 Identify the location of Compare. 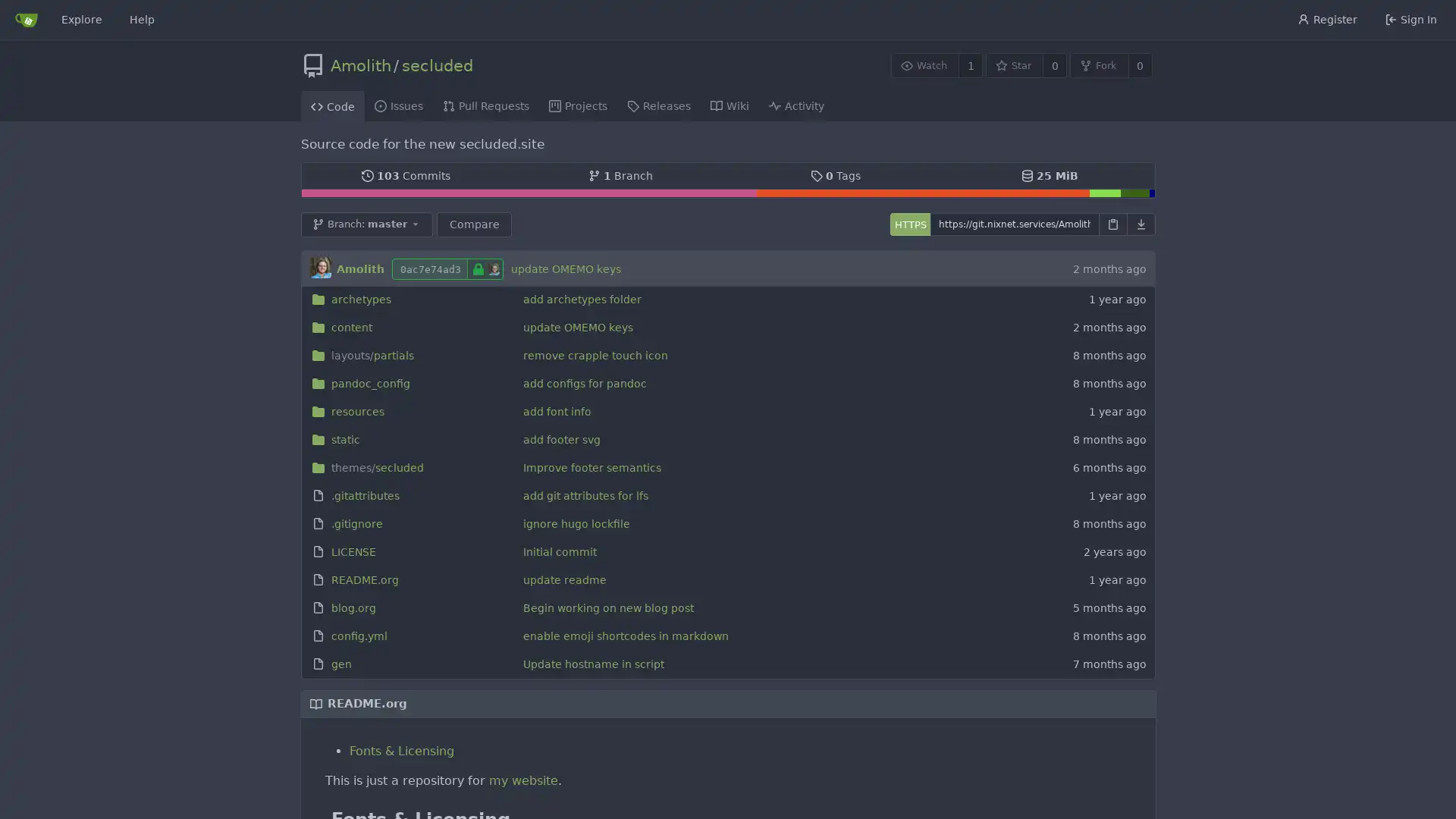
(472, 224).